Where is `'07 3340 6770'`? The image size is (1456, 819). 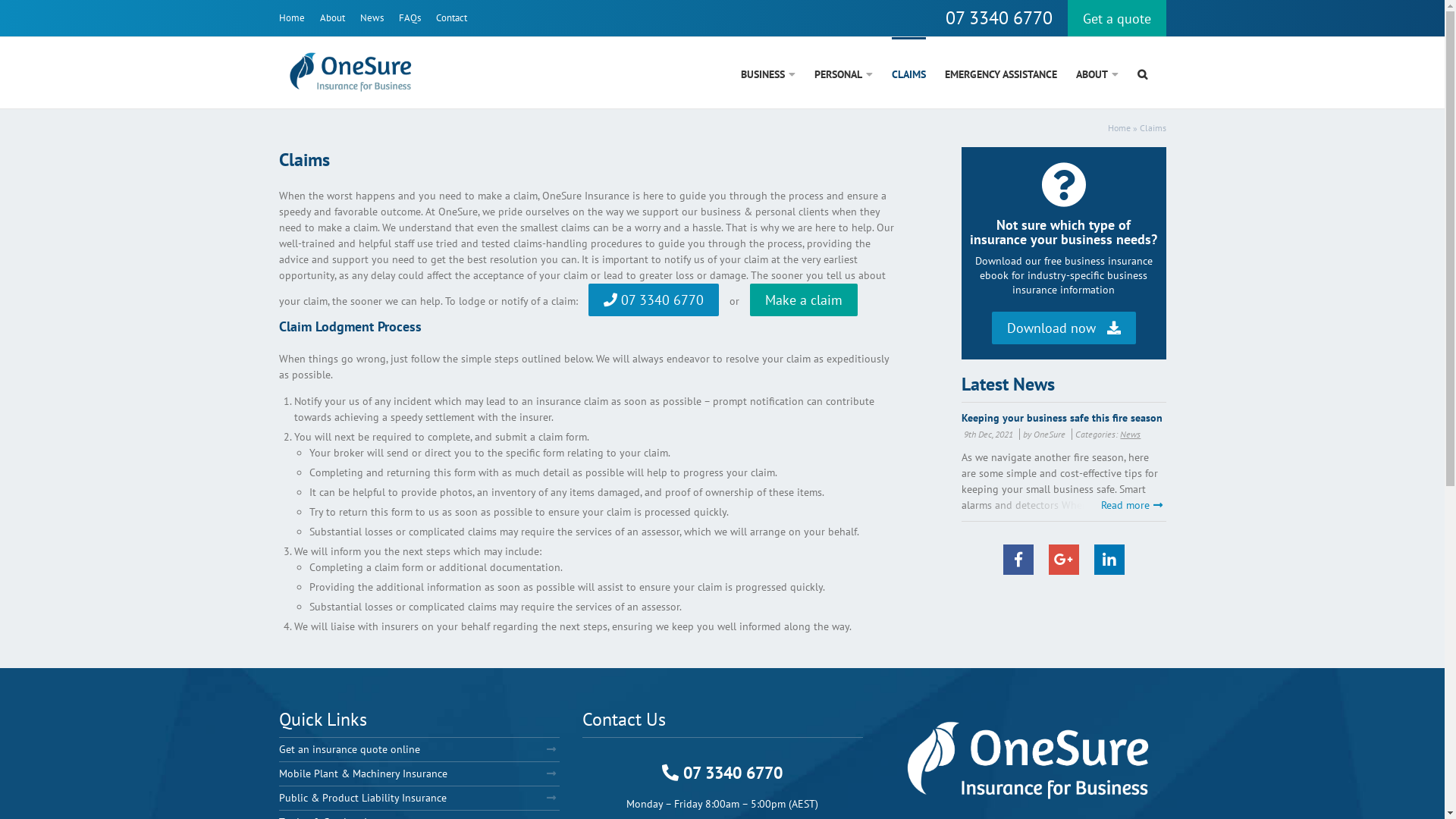 '07 3340 6770' is located at coordinates (998, 17).